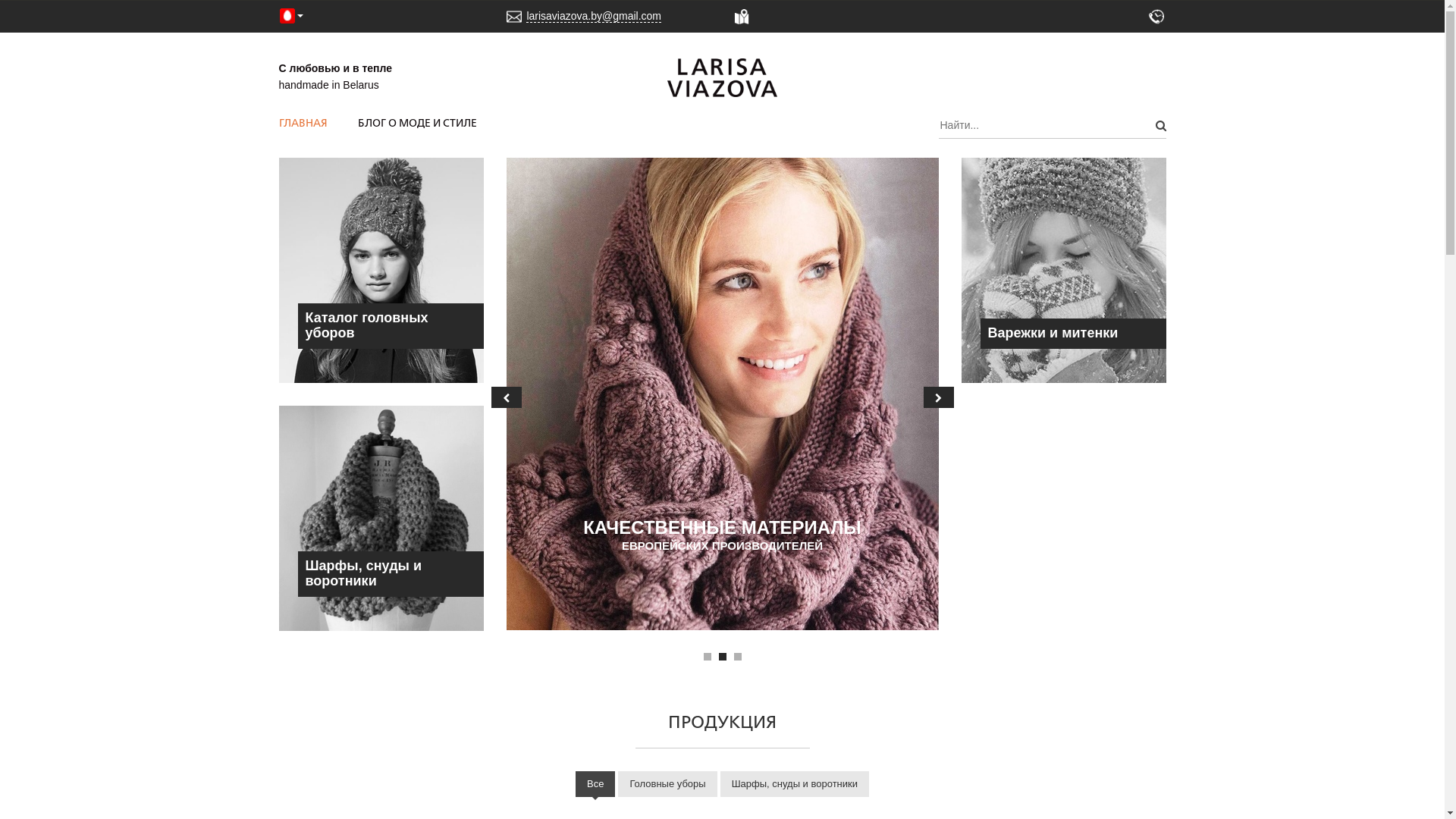 The width and height of the screenshot is (1456, 819). I want to click on '2', so click(718, 656).